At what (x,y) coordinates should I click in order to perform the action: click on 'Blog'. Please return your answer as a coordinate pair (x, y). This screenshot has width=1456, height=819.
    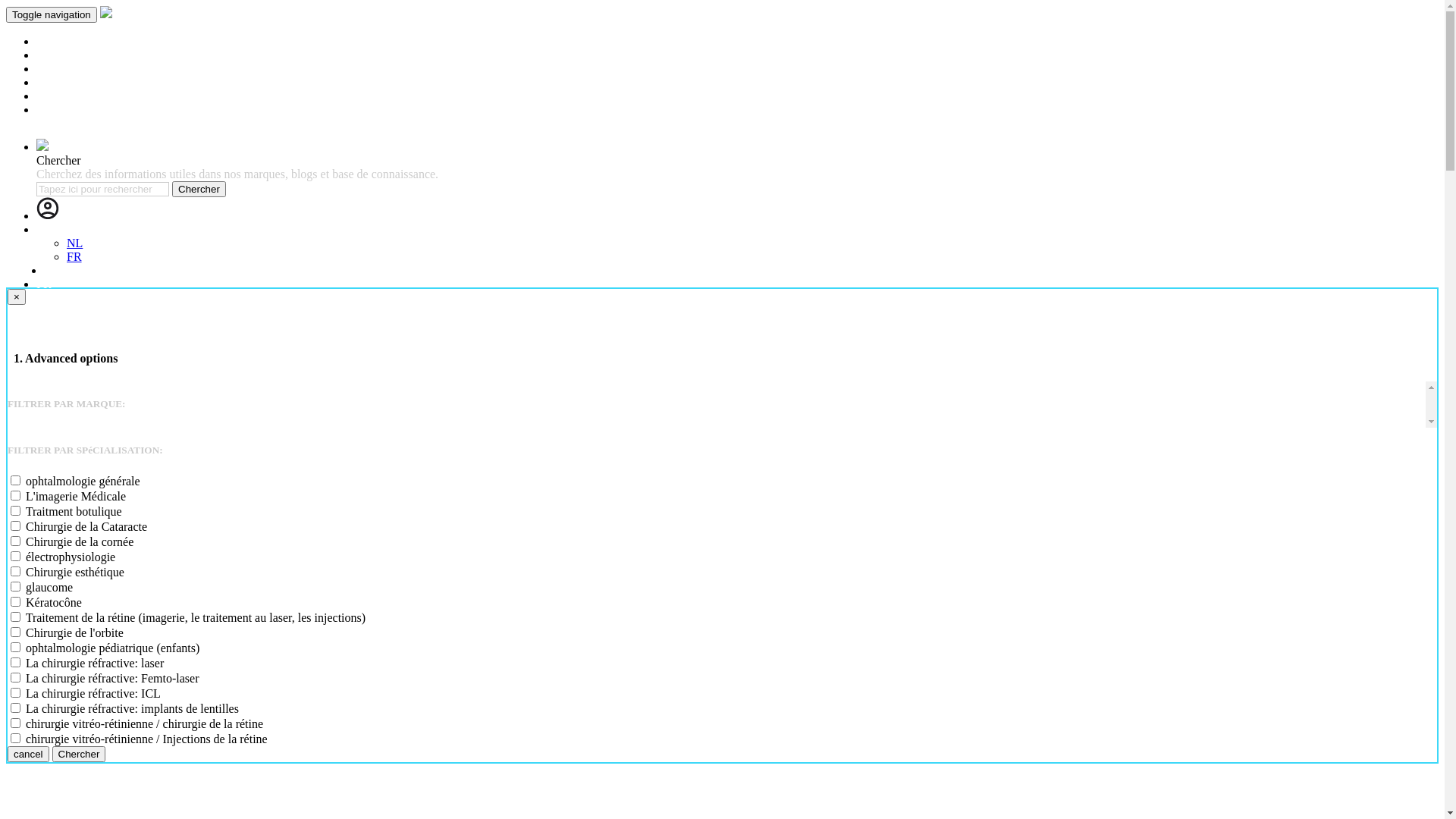
    Looking at the image, I should click on (36, 82).